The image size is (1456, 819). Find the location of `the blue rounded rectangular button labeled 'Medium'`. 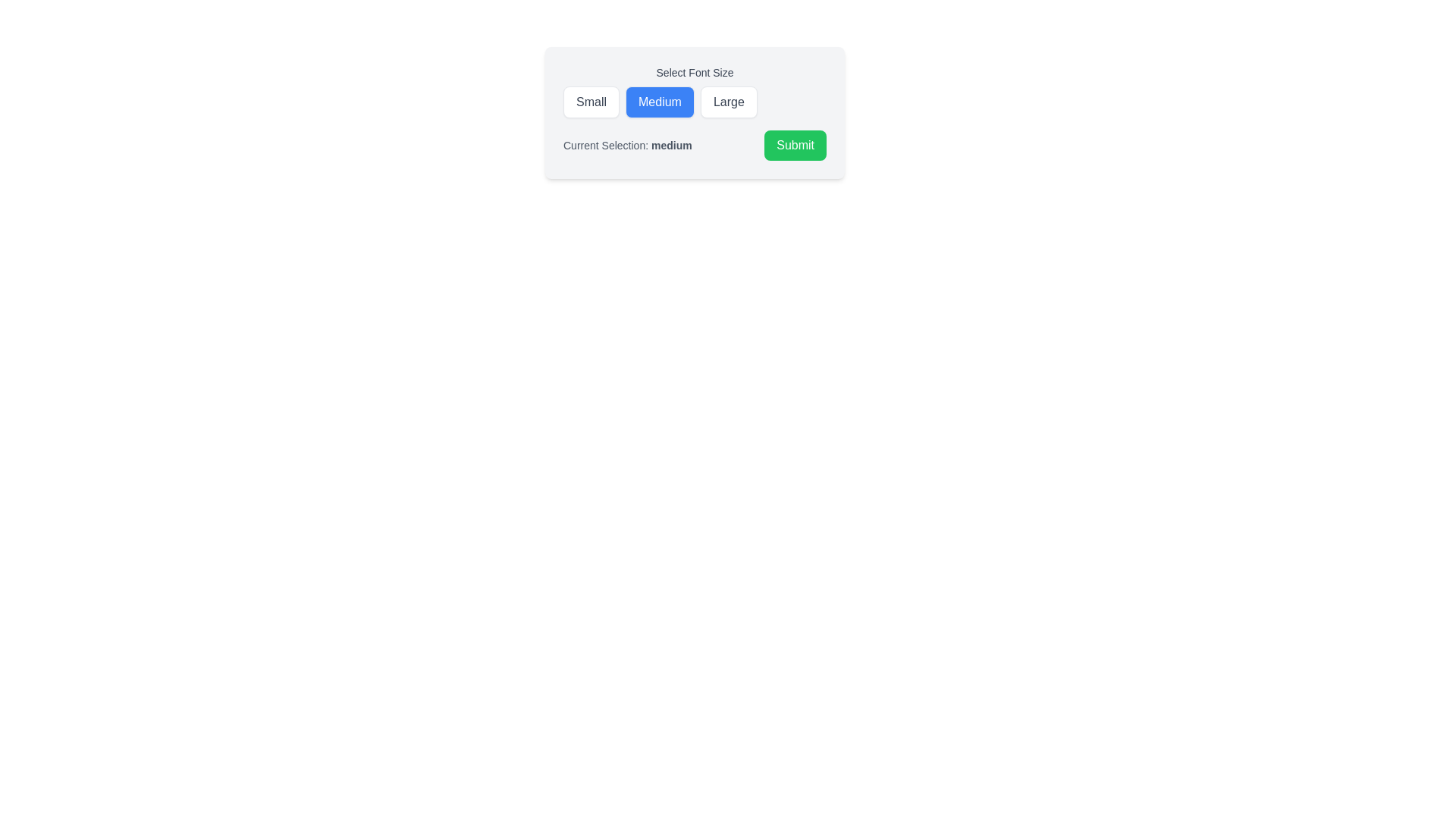

the blue rounded rectangular button labeled 'Medium' is located at coordinates (694, 112).